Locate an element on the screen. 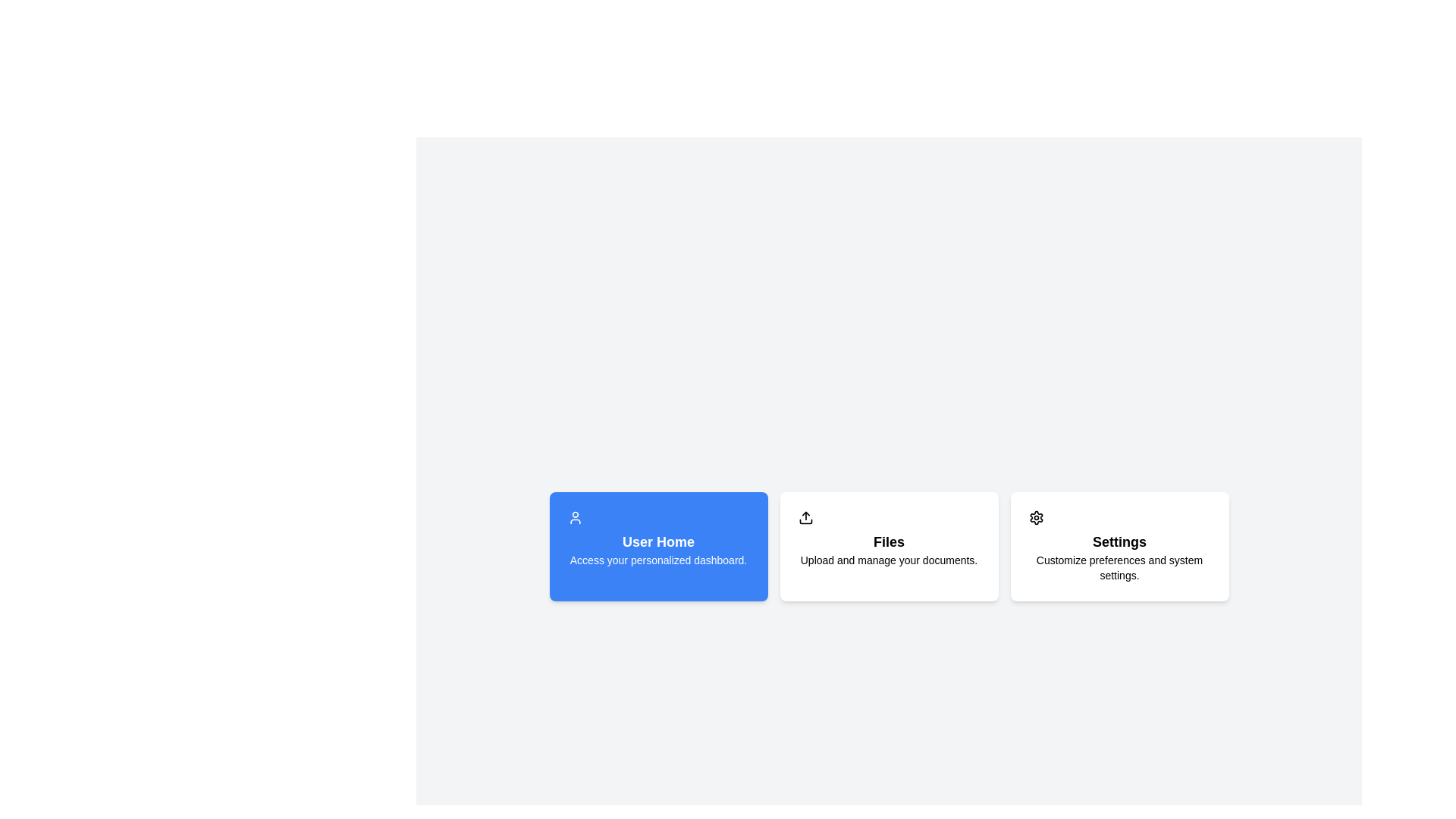 Image resolution: width=1456 pixels, height=819 pixels. the settings icon located in the top-left corner of the settings-related card, which visually indicates configuration tasks is located at coordinates (1035, 516).